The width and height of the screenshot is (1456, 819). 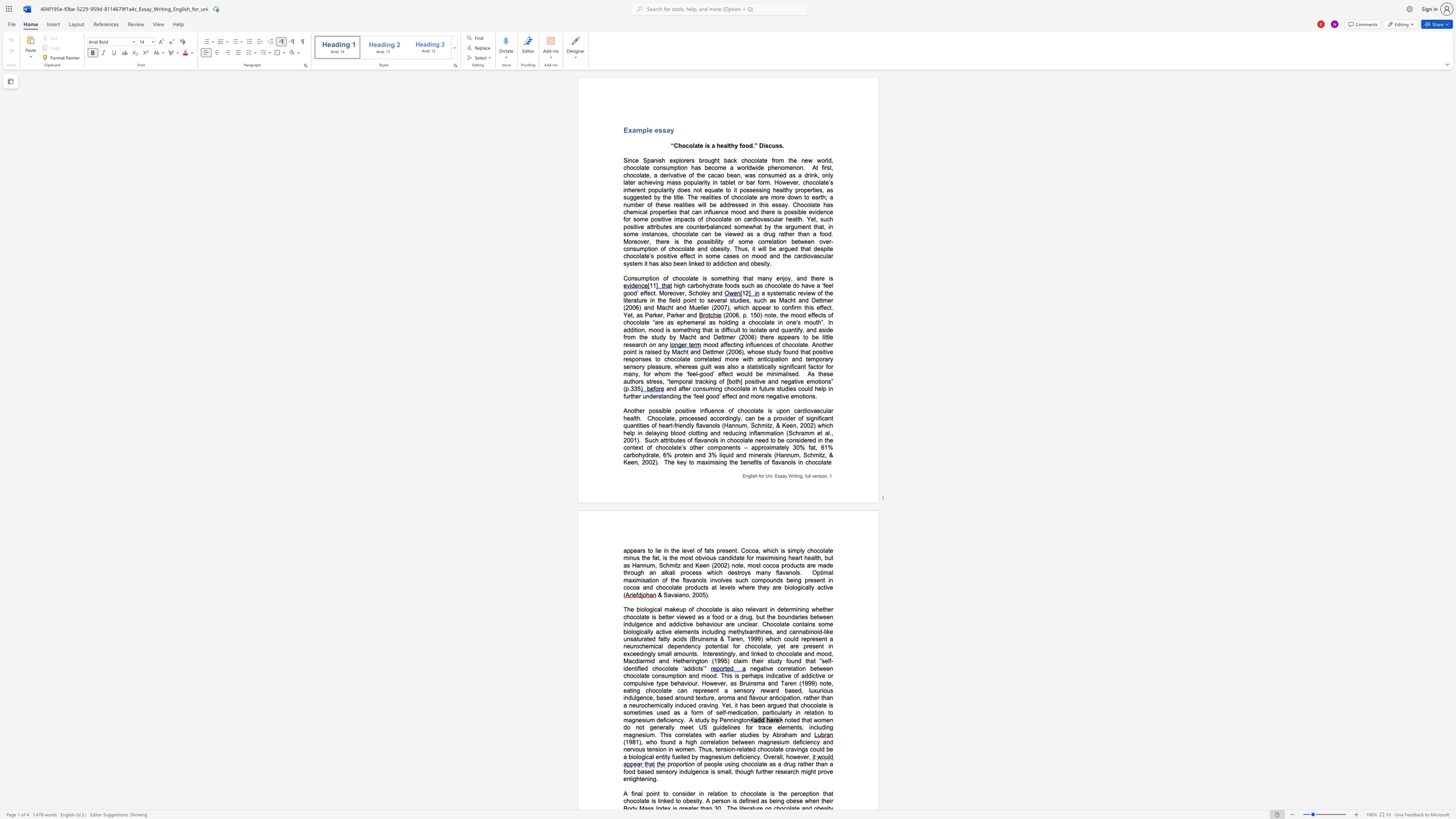 I want to click on the subset text "Interestingly, and linked to chocol" within the text "Interestingly, and linked to chocolate and", so click(x=702, y=654).